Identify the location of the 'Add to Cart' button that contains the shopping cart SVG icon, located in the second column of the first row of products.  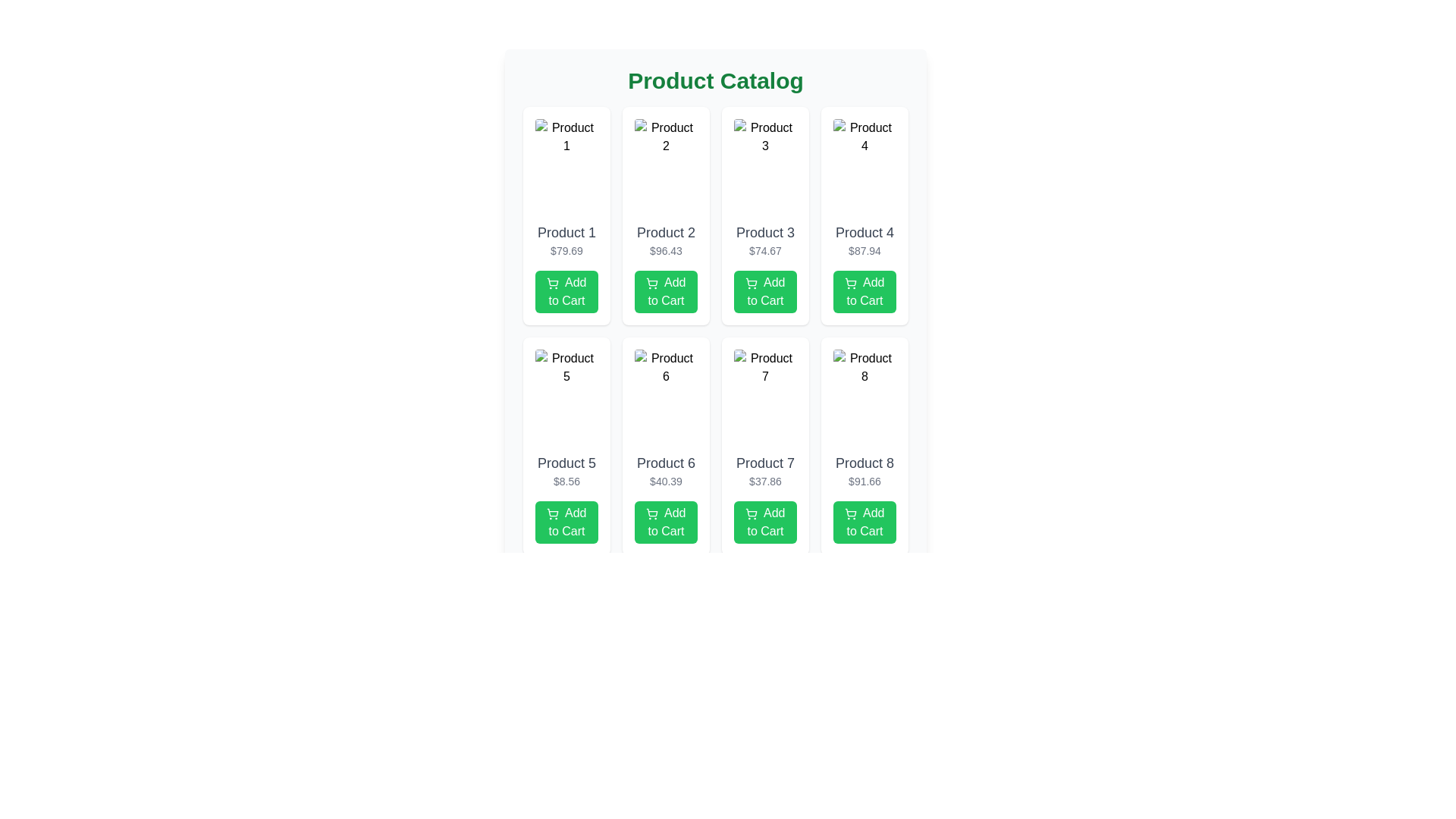
(652, 283).